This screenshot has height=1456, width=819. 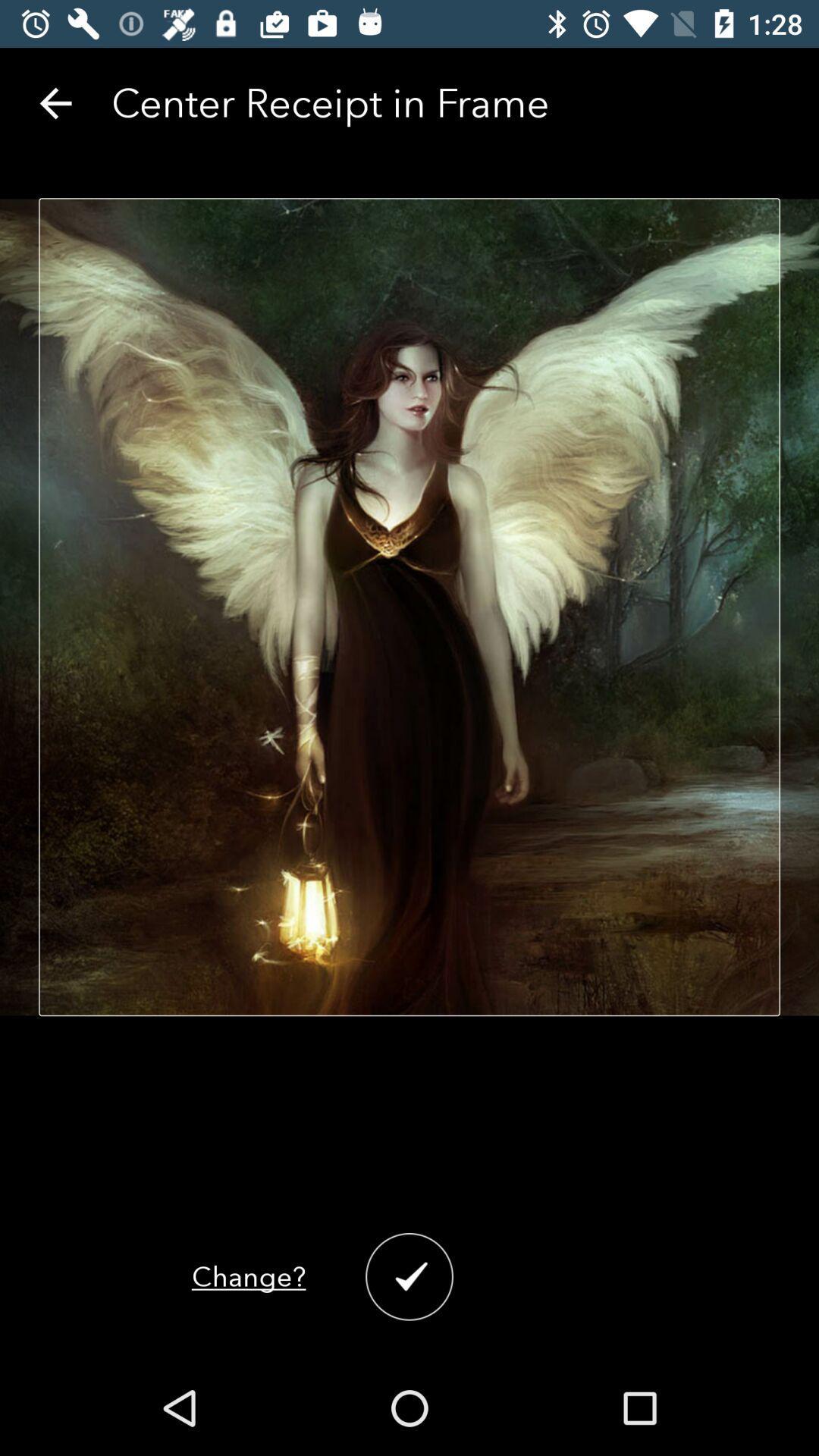 I want to click on icon to the right of the change?, so click(x=409, y=1276).